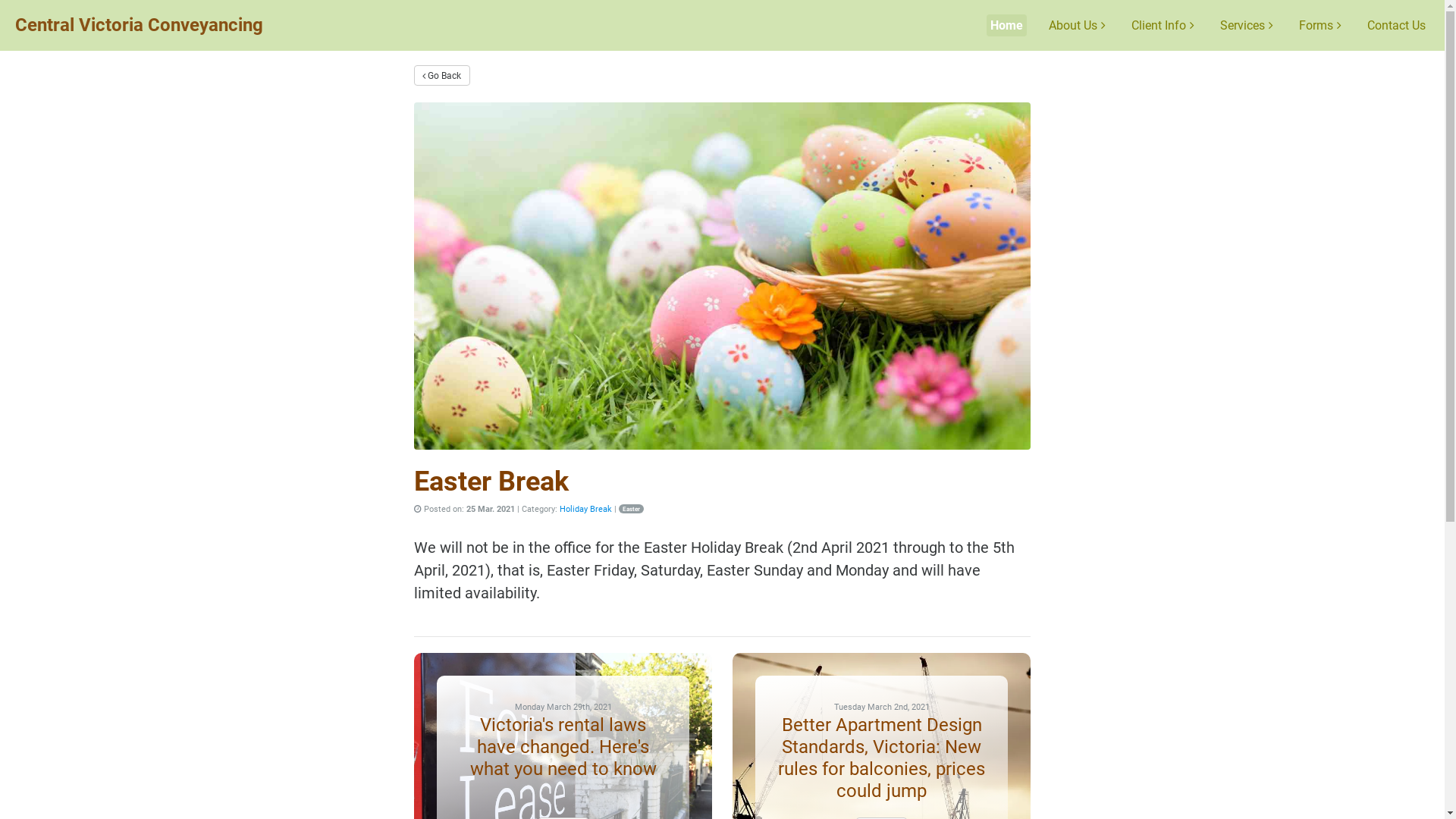  Describe the element at coordinates (14, 25) in the screenshot. I see `'Central Victoria Conveyancing'` at that location.